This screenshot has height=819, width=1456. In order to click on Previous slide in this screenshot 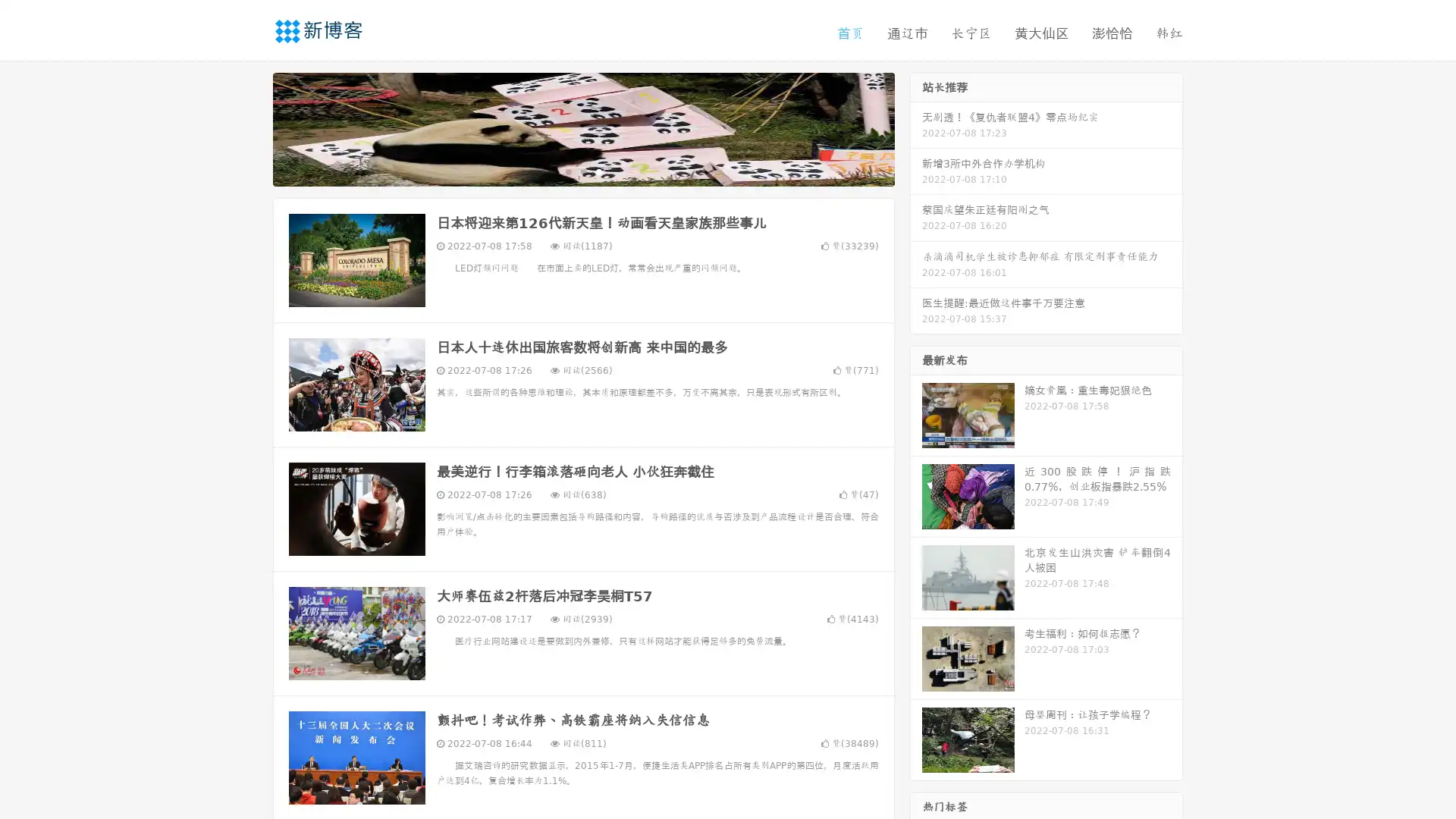, I will do `click(250, 127)`.